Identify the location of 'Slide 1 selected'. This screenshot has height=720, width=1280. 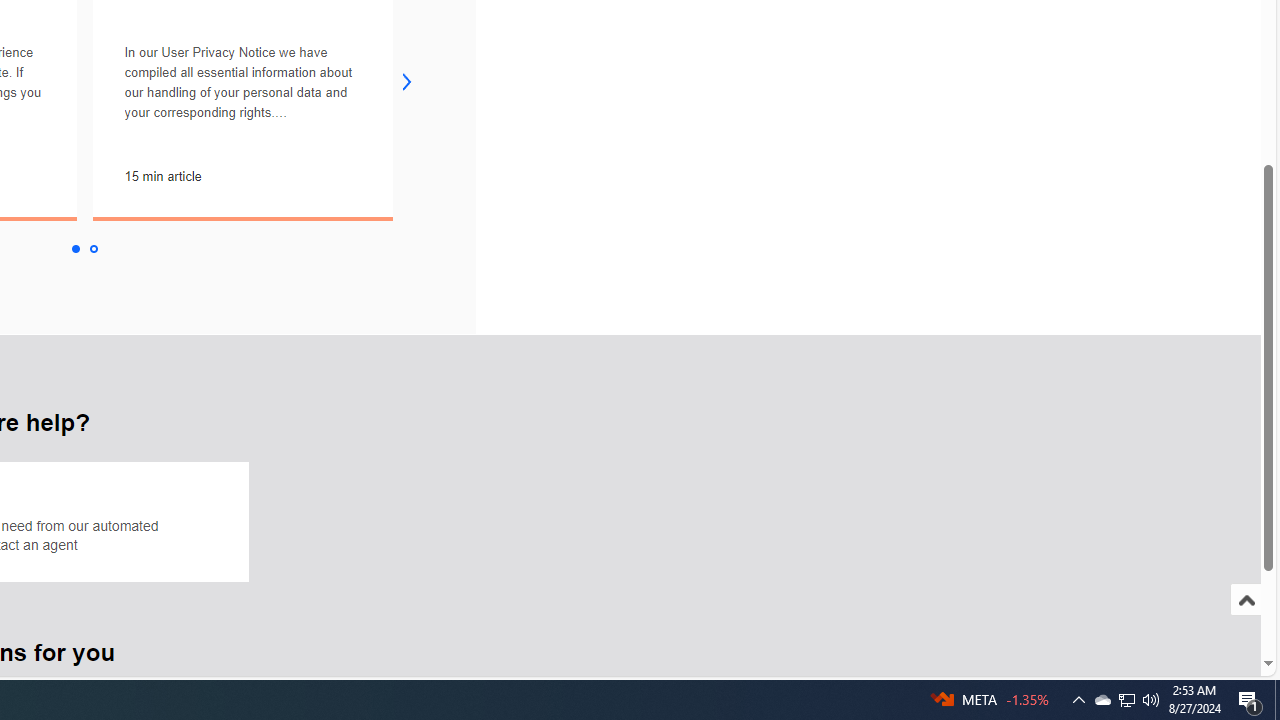
(74, 248).